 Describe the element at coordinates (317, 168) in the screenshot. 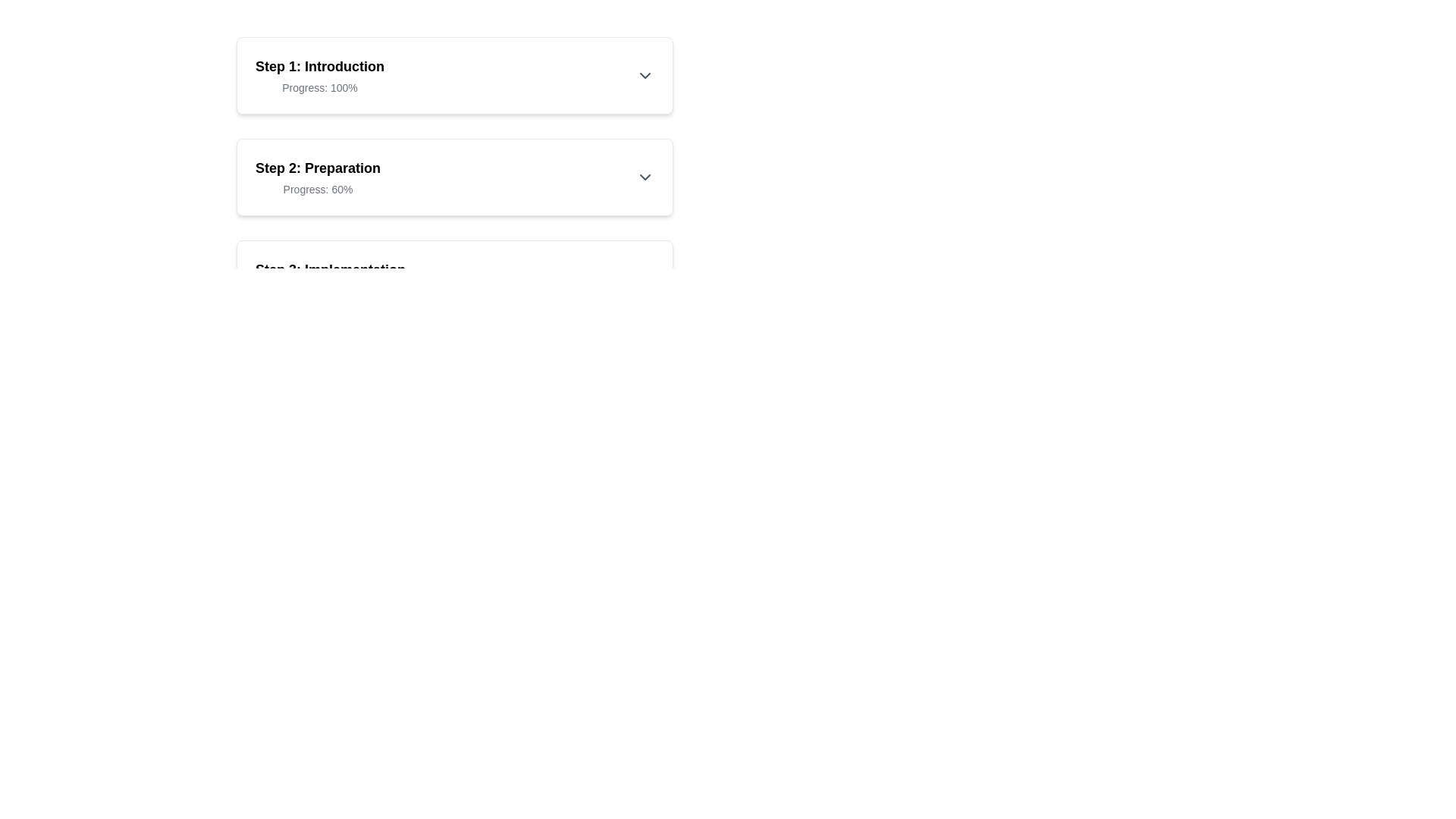

I see `the text label that serves as a title for the second step in a sequence, located above the progress text 'Progress: 60%'` at that location.